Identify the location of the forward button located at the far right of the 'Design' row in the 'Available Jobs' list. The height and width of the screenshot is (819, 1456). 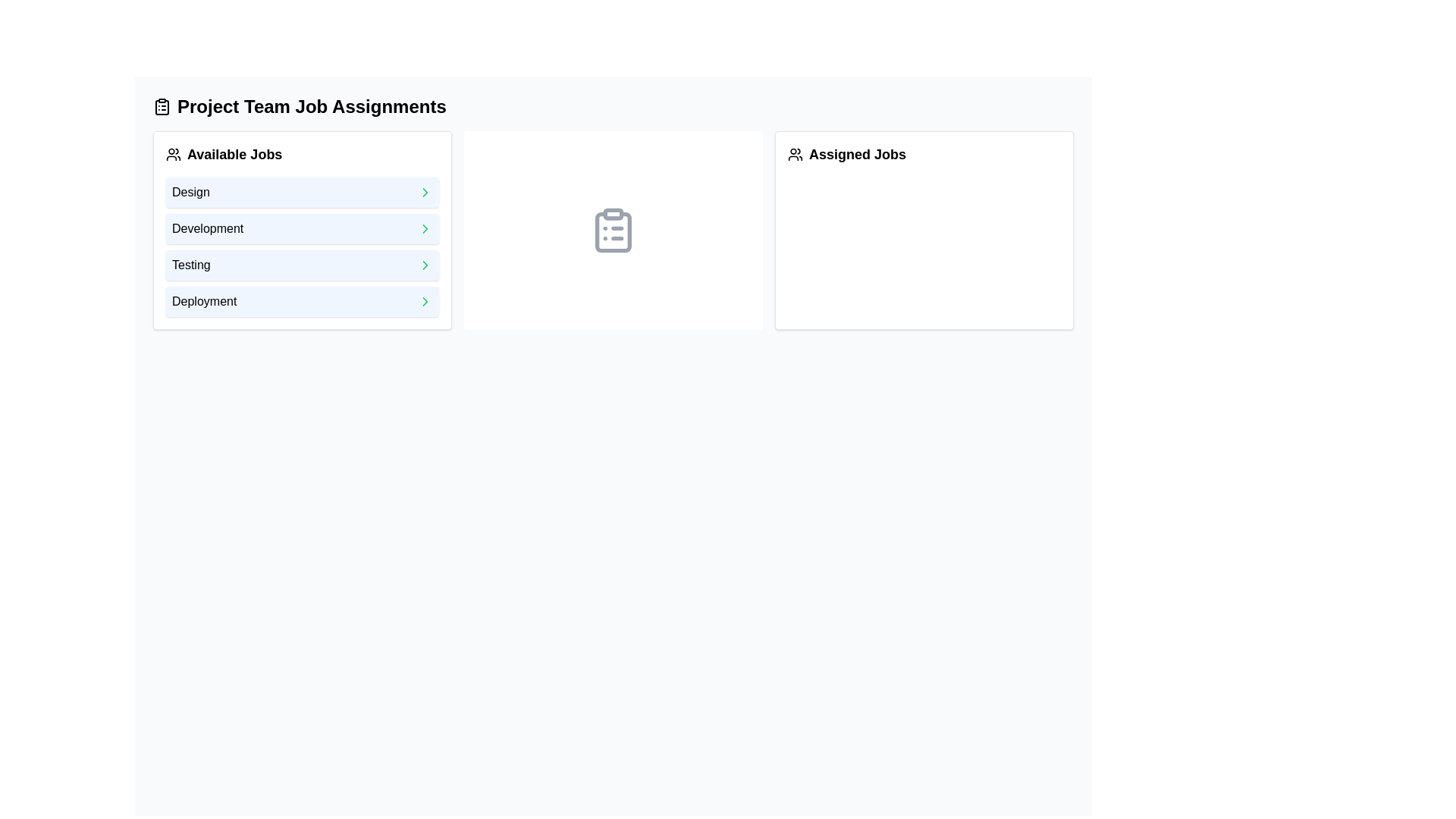
(425, 192).